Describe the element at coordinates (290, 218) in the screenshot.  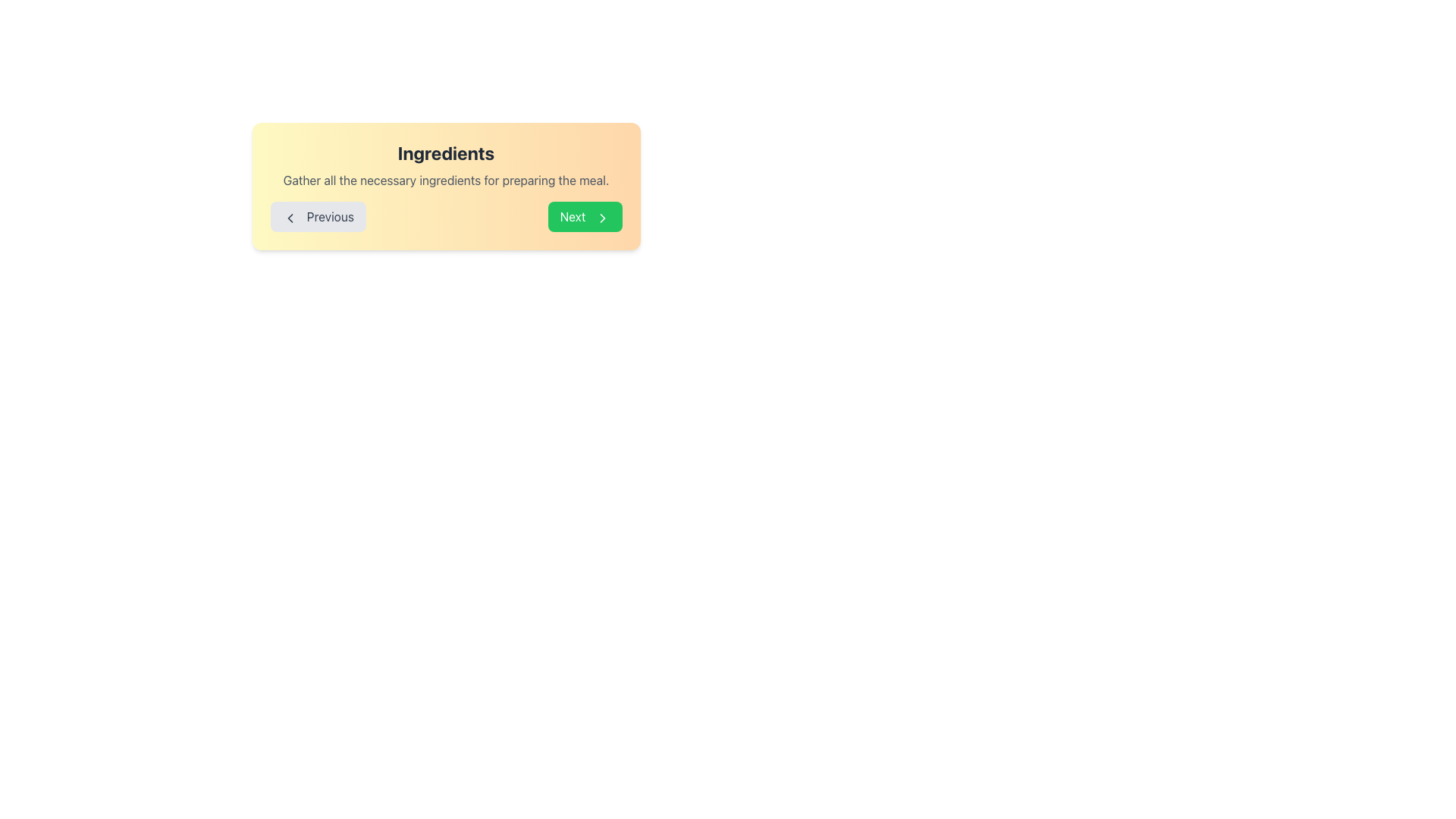
I see `the 'Previous' button which contains the left-facing arrow icon with a thin outline and no fill, located on the left side of the button` at that location.